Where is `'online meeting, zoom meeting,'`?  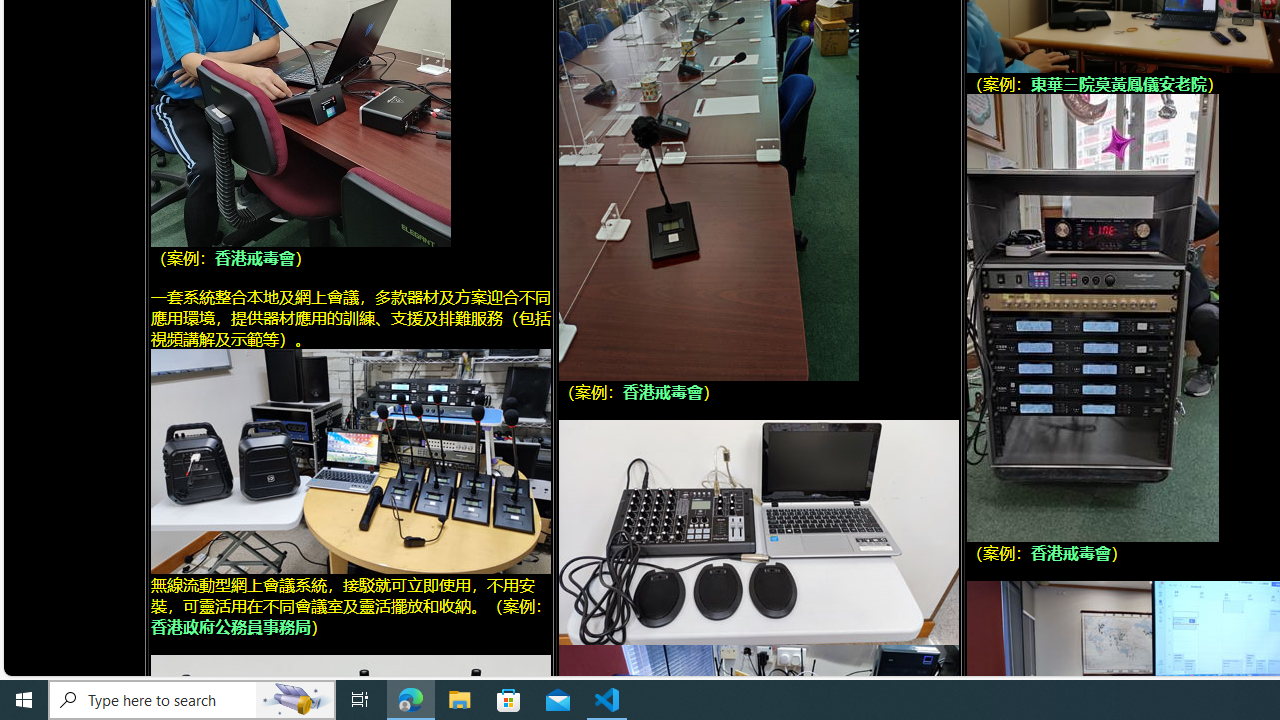
'online meeting, zoom meeting,' is located at coordinates (350, 460).